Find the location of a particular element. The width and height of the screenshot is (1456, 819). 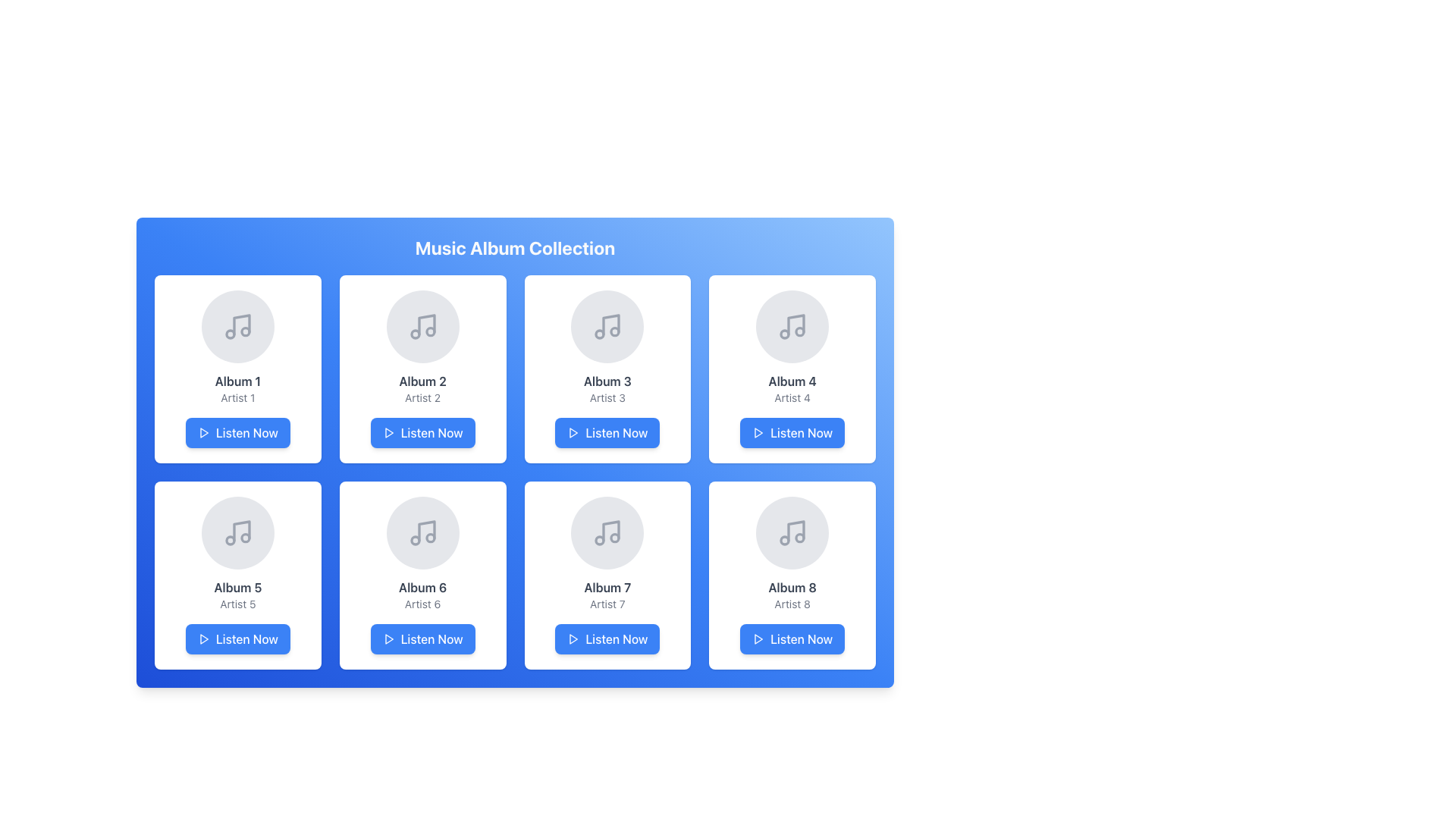

the 'Listen Now' button with a blue background and white text located in the bottom region of the card displaying 'Album 7' and 'Artist 7' in the third row and second column of a grid layout to play content is located at coordinates (607, 639).